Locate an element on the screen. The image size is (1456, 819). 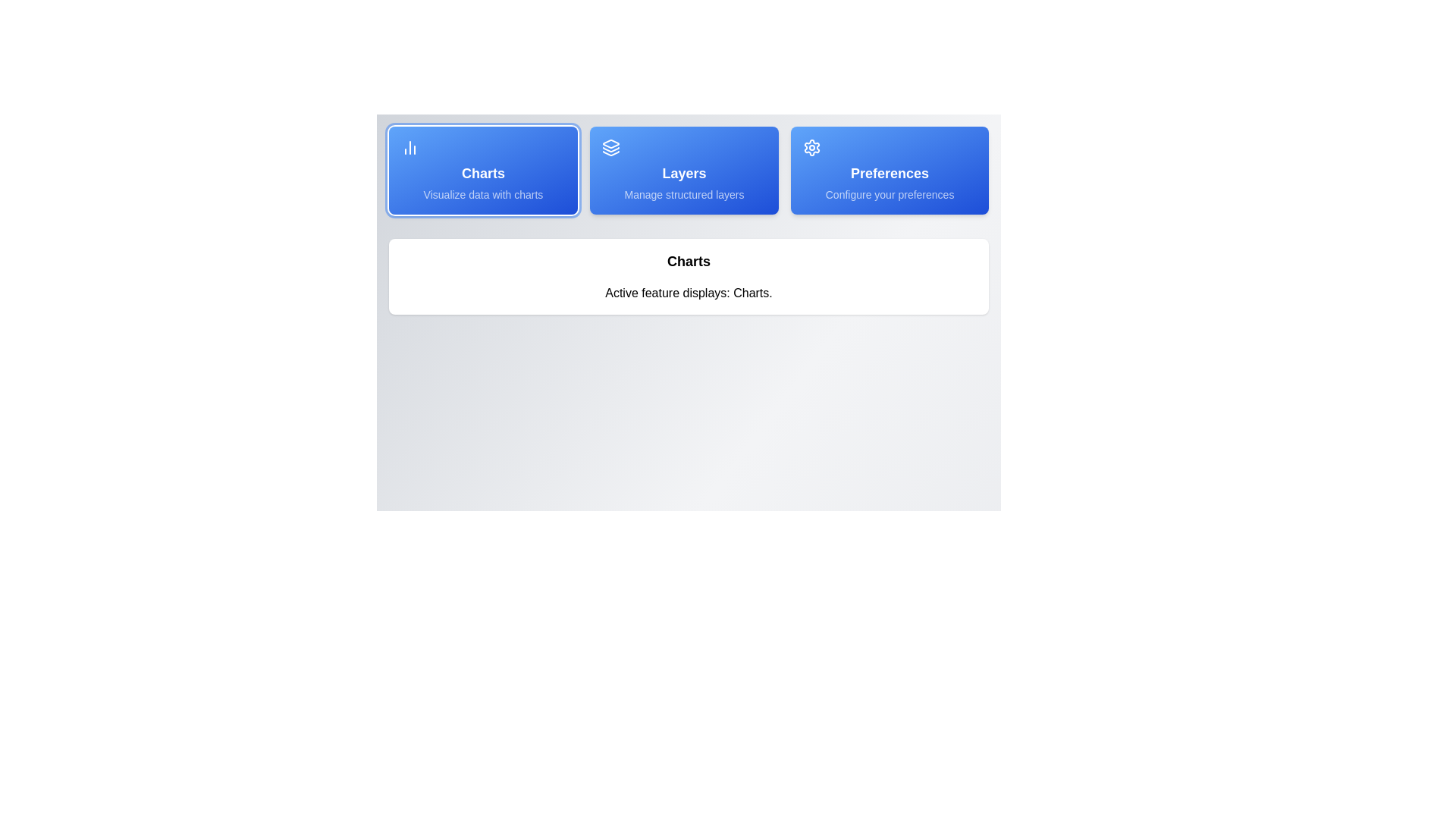
the vertical bar chart icon located on the left side of the blue rectangular button labeled 'Charts' is located at coordinates (410, 148).